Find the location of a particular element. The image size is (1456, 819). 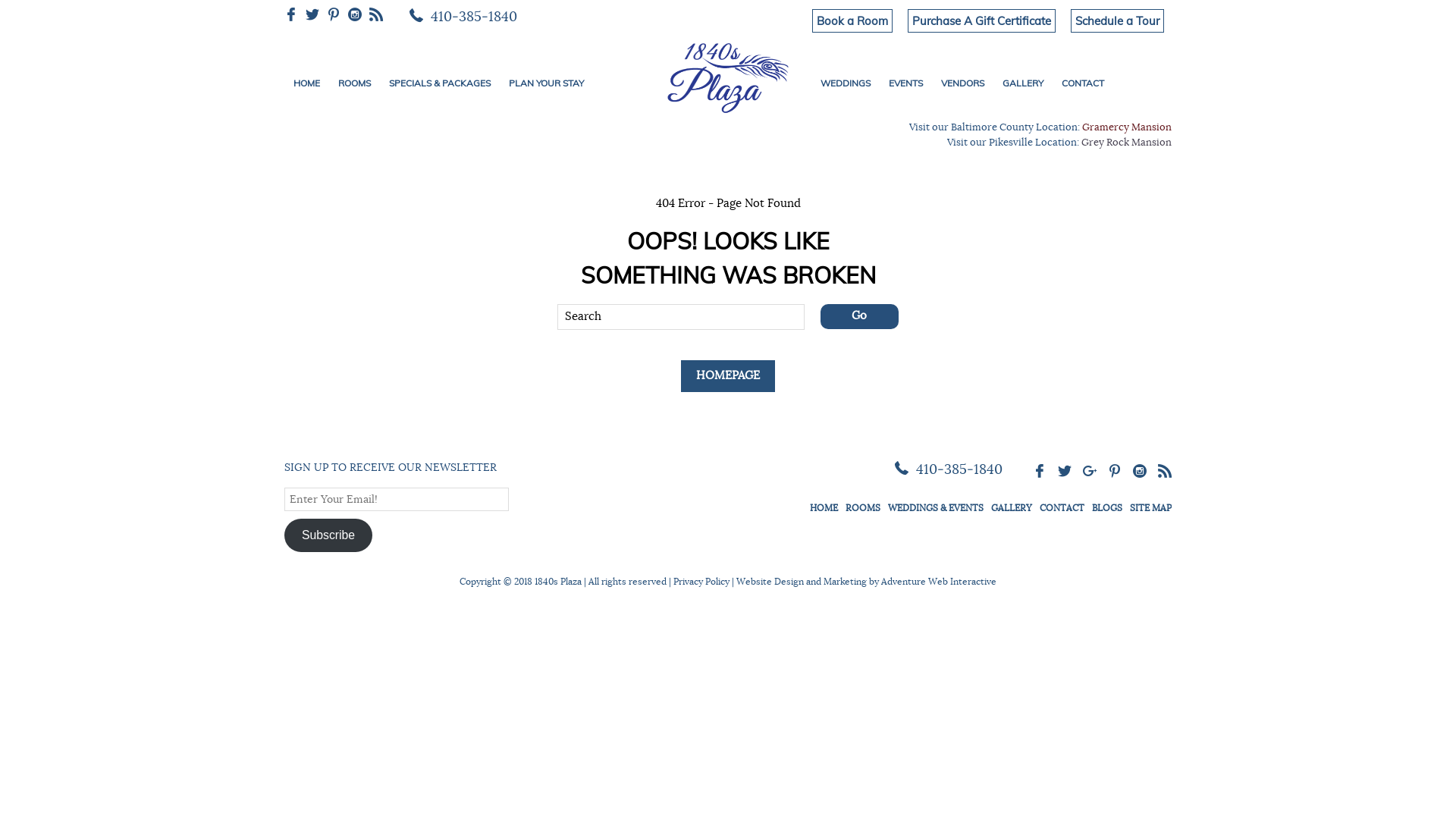

'1840s Plaza' is located at coordinates (726, 75).